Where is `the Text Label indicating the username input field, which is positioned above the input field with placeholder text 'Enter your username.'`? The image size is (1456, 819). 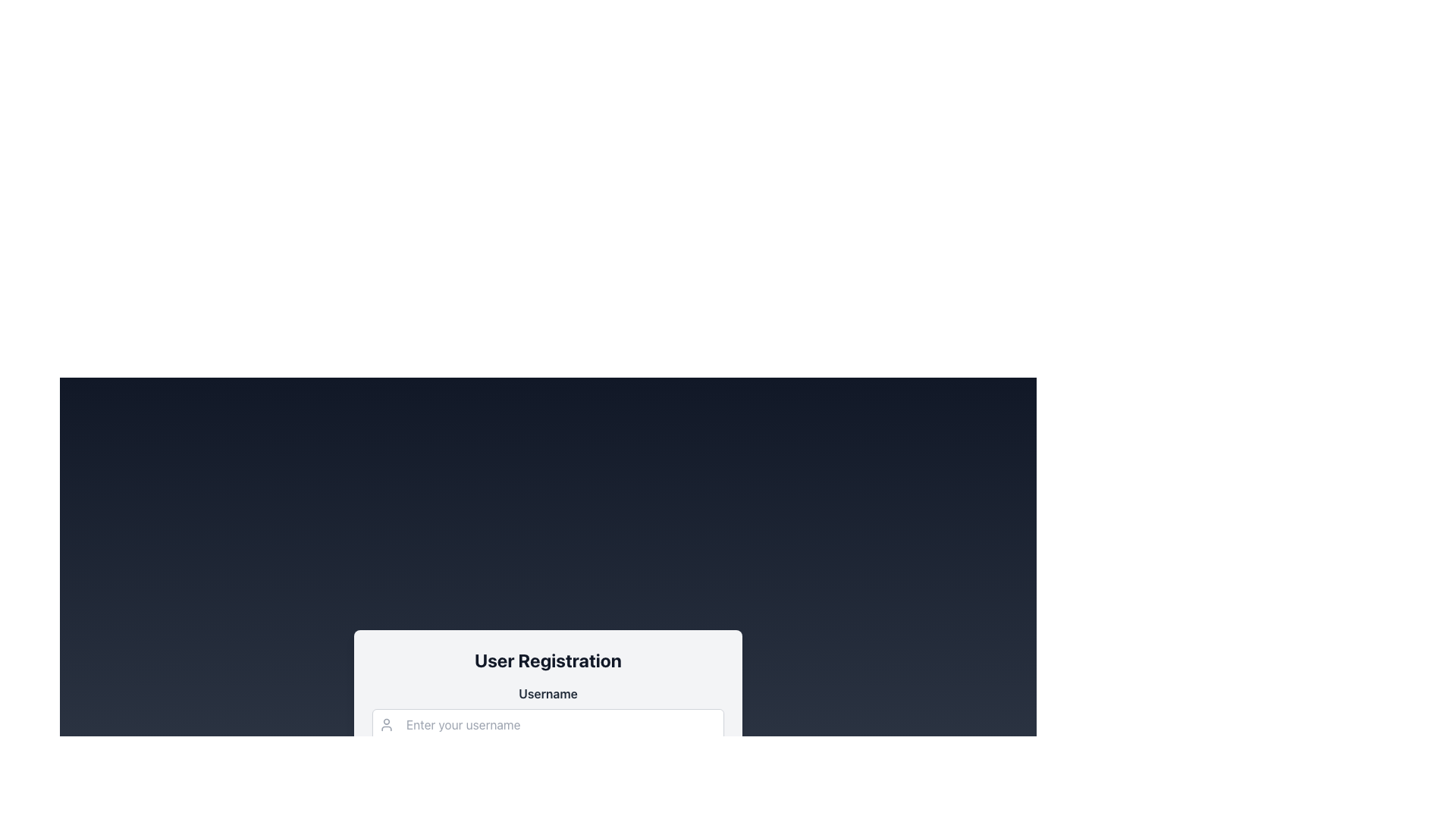
the Text Label indicating the username input field, which is positioned above the input field with placeholder text 'Enter your username.' is located at coordinates (548, 693).